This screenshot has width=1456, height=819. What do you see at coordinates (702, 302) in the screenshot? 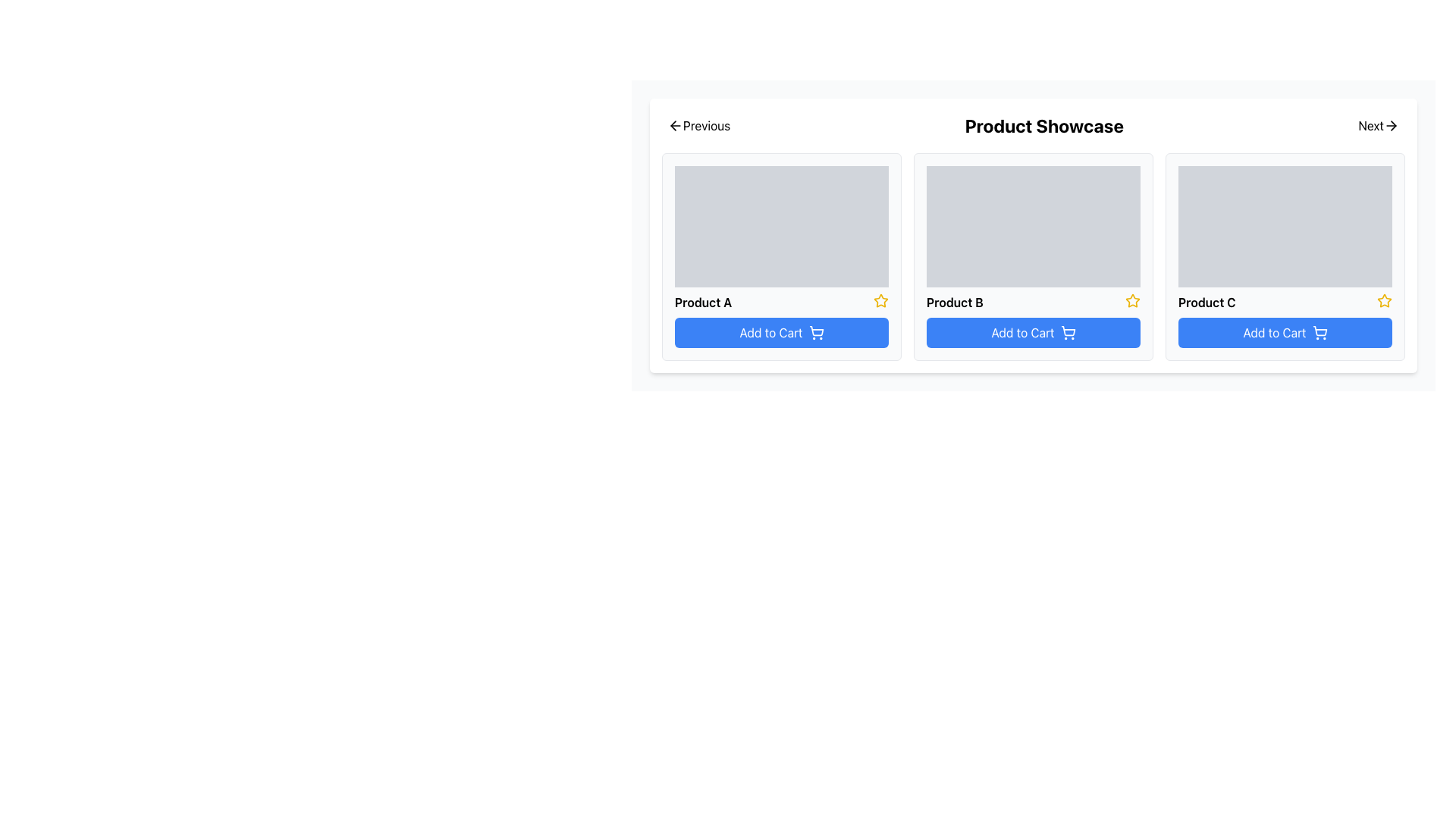
I see `text 'Product A' from the title label of the first product card in the horizontally aligned product showcase list, located under the placeholder image and above the 'Add to Cart' button` at bounding box center [702, 302].